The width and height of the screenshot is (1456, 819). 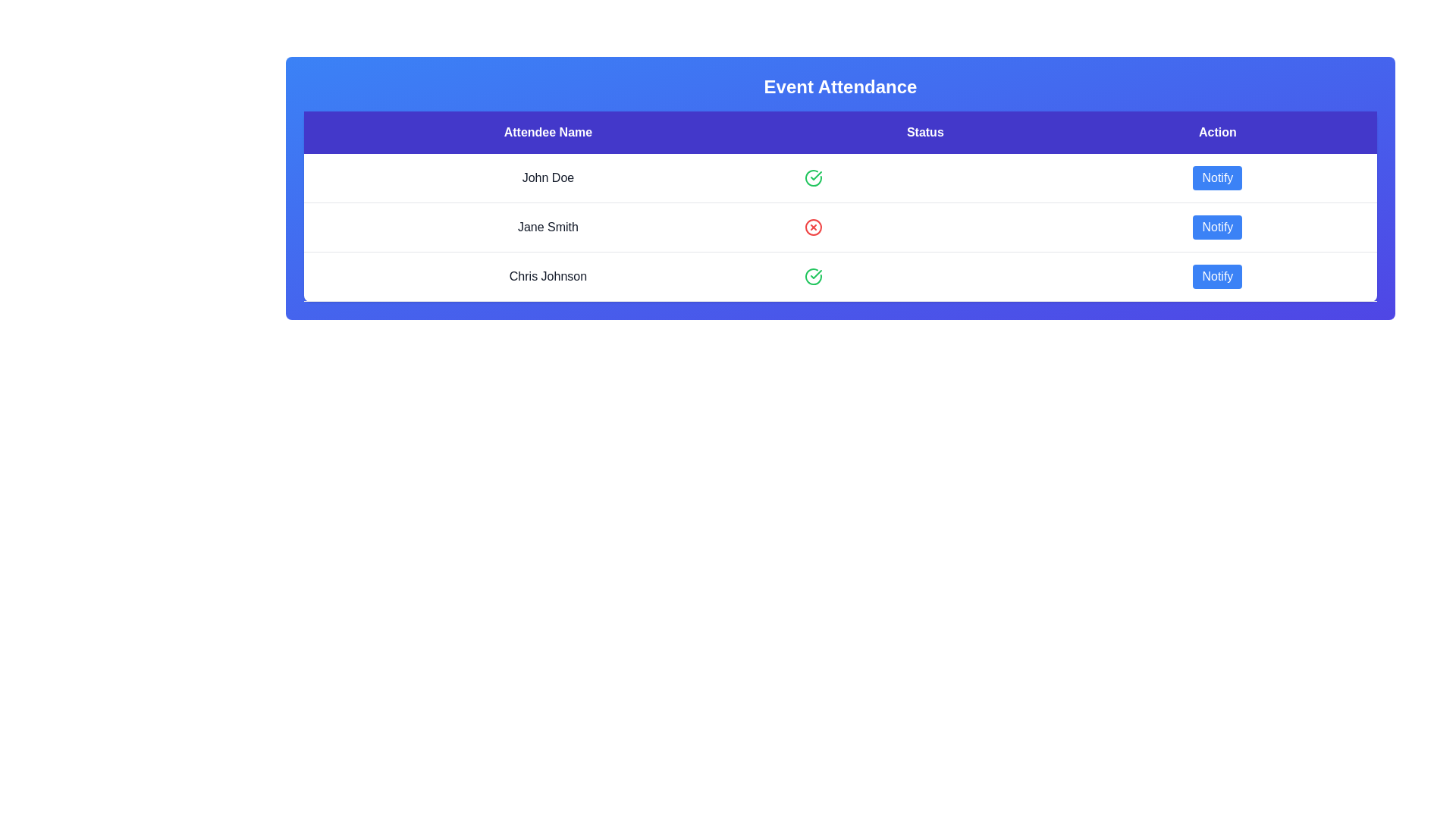 I want to click on the row corresponding to attendee Jane Smith, so click(x=839, y=227).